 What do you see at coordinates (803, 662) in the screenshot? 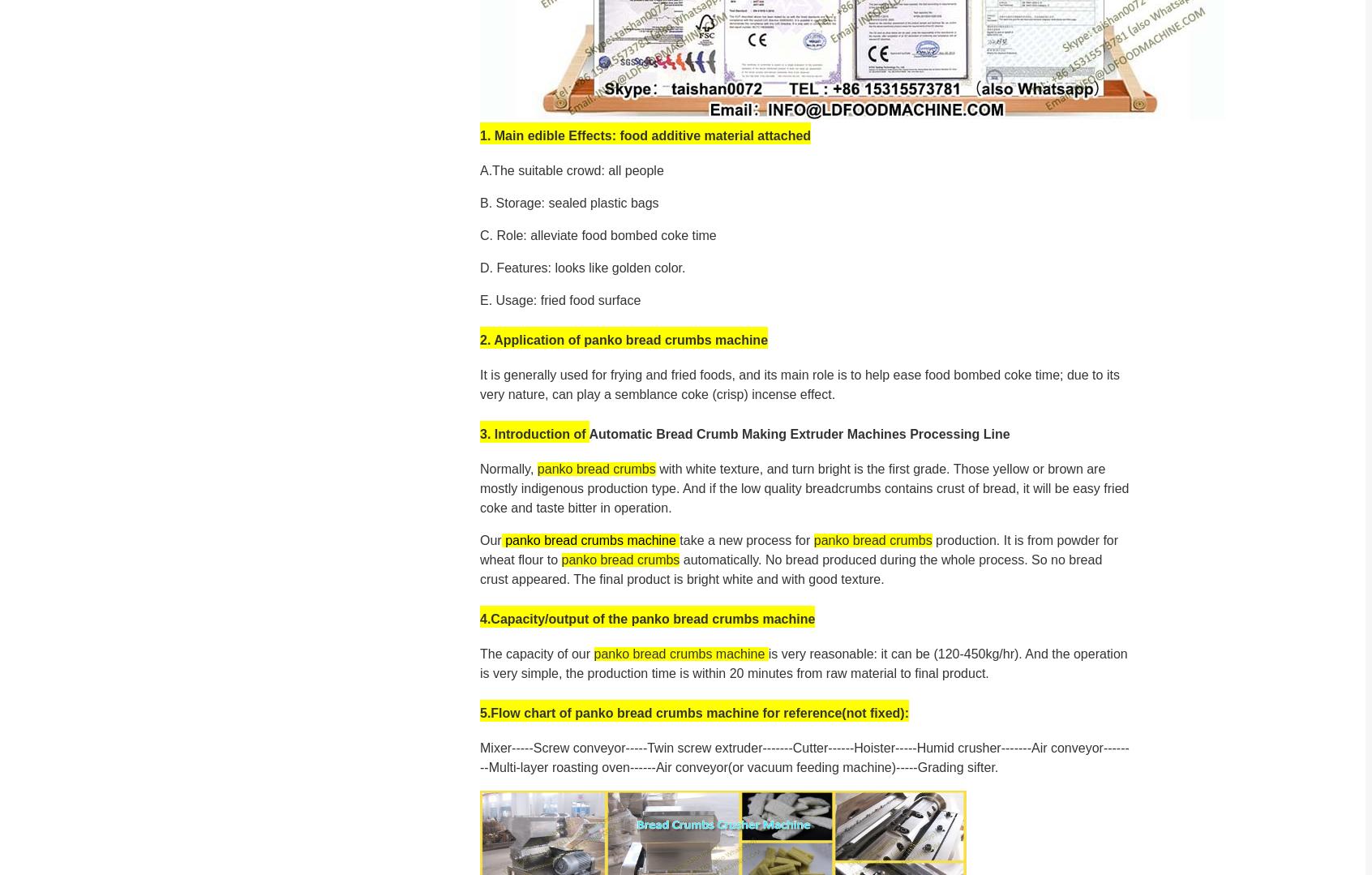
I see `'is very reasonable: it can be (120-450kg/hr). And the operation is very simple, the production time is within 20 minutes from raw material to final product.'` at bounding box center [803, 662].